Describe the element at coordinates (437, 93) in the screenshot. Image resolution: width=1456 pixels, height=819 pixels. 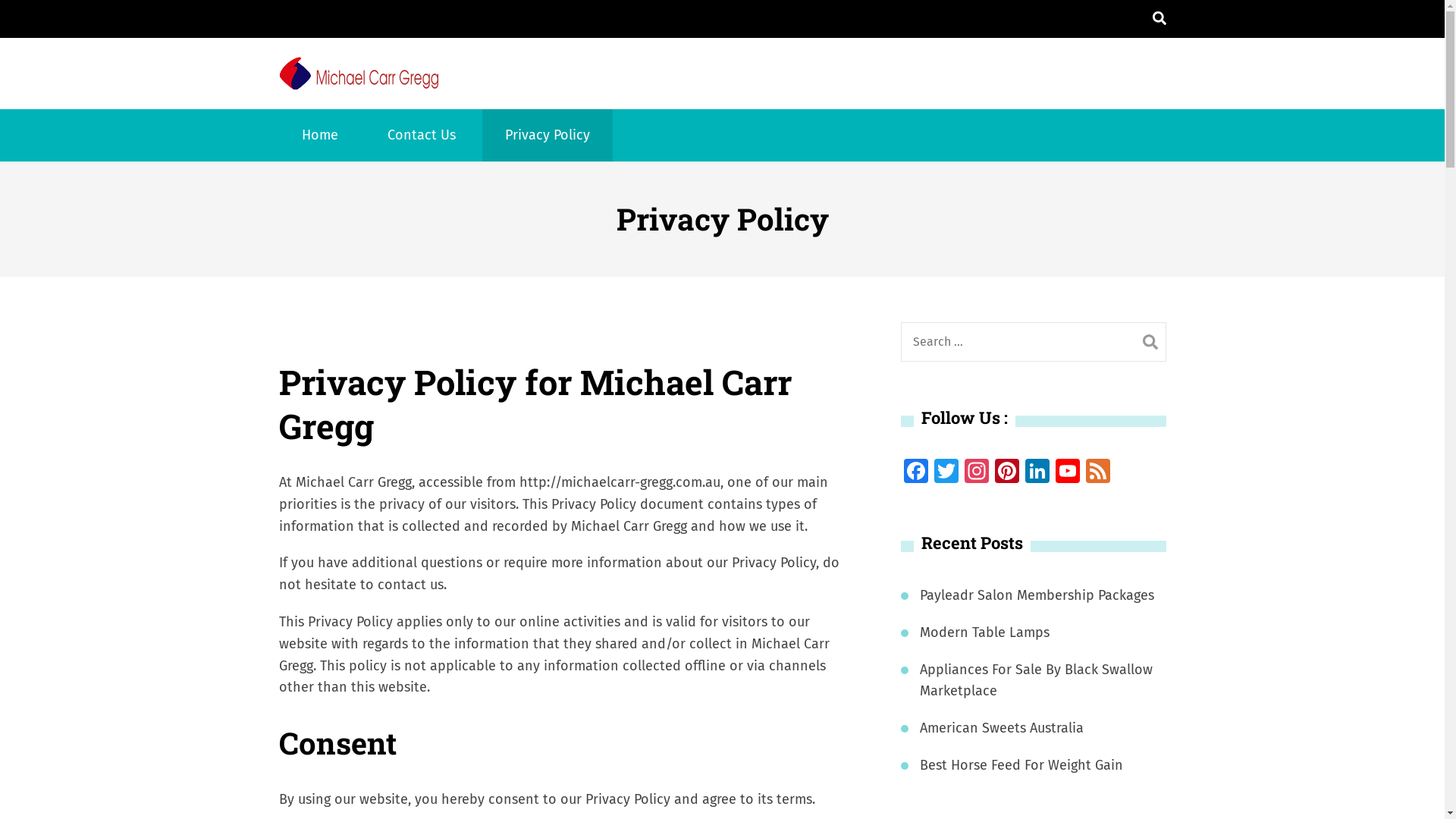
I see `'Michael Carr Gregg'` at that location.